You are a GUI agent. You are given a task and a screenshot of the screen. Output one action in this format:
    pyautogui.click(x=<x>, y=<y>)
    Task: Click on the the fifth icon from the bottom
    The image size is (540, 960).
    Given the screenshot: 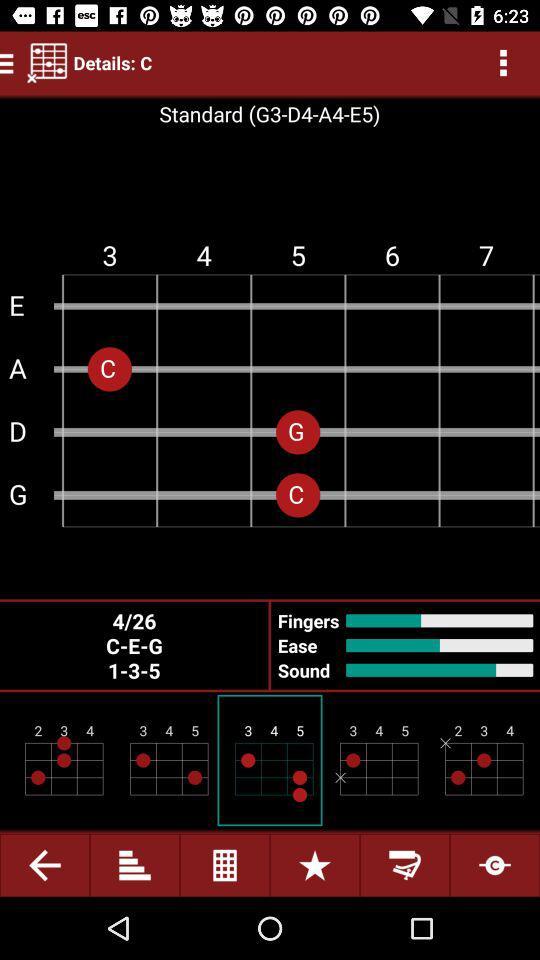 What is the action you would take?
    pyautogui.click(x=405, y=864)
    